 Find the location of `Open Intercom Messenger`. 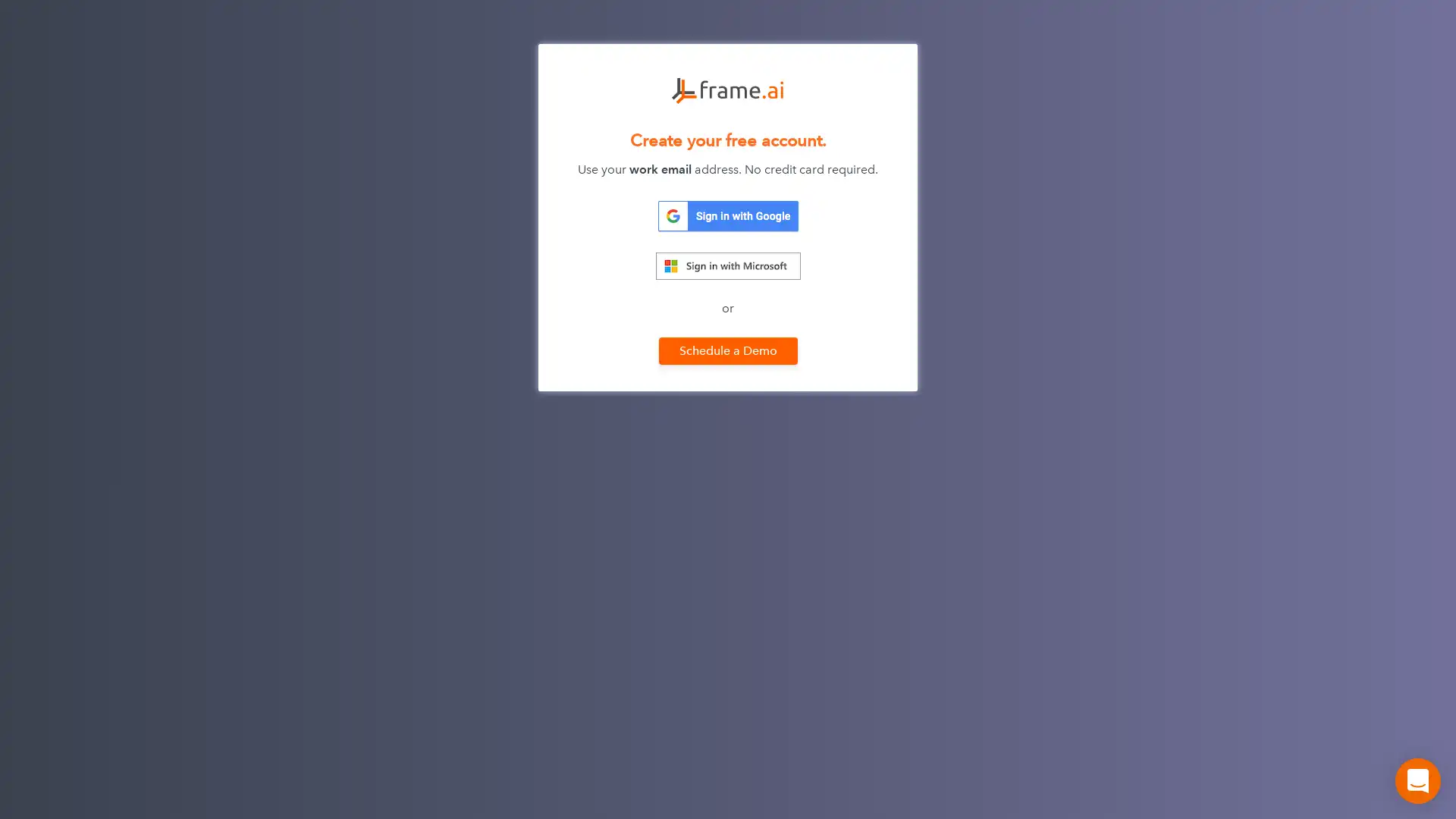

Open Intercom Messenger is located at coordinates (1417, 780).